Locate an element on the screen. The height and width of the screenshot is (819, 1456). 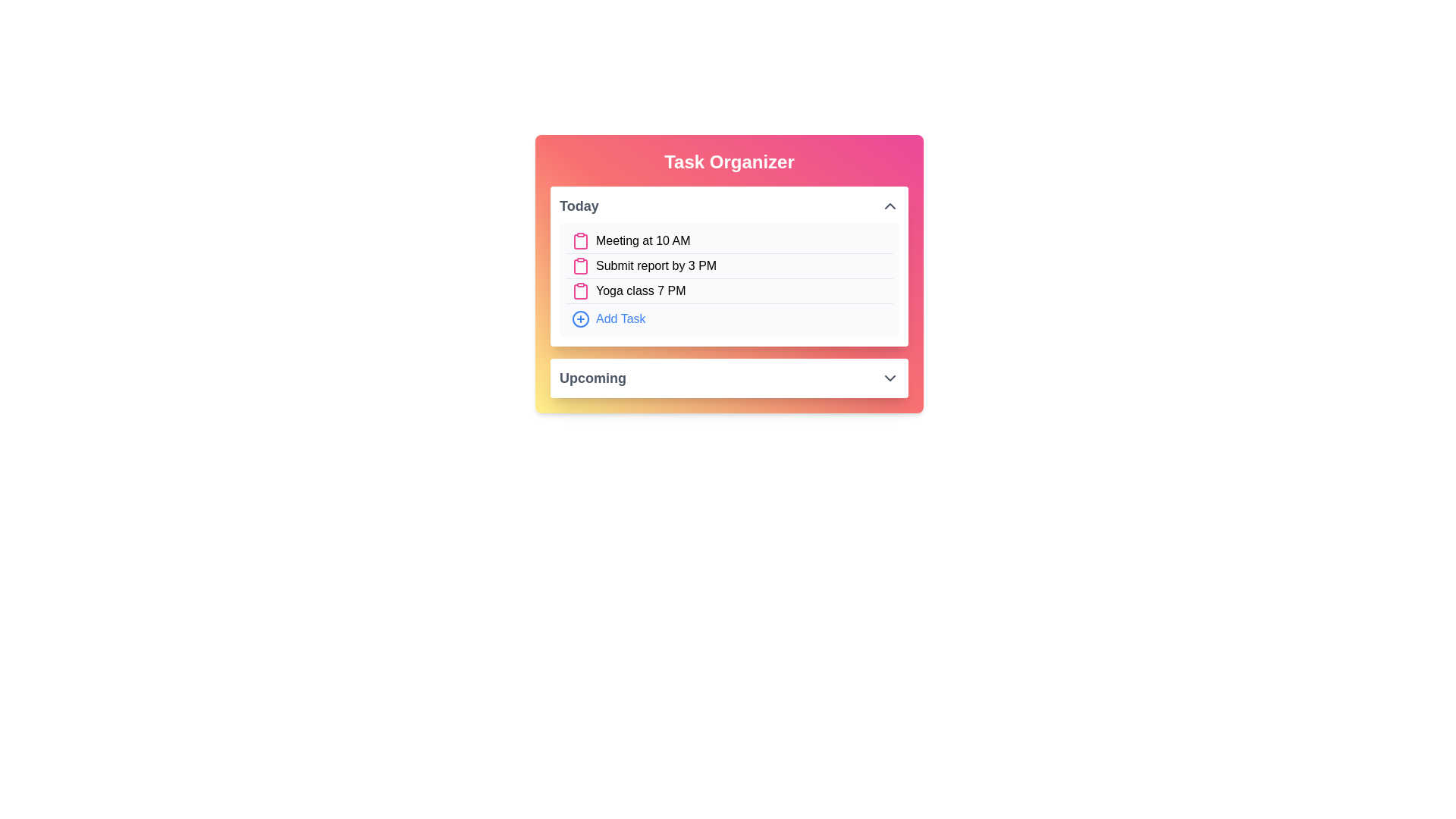
the non-interactive icon representing the task type for 'Meeting at 10 AM', located to the left of the task text is located at coordinates (580, 240).